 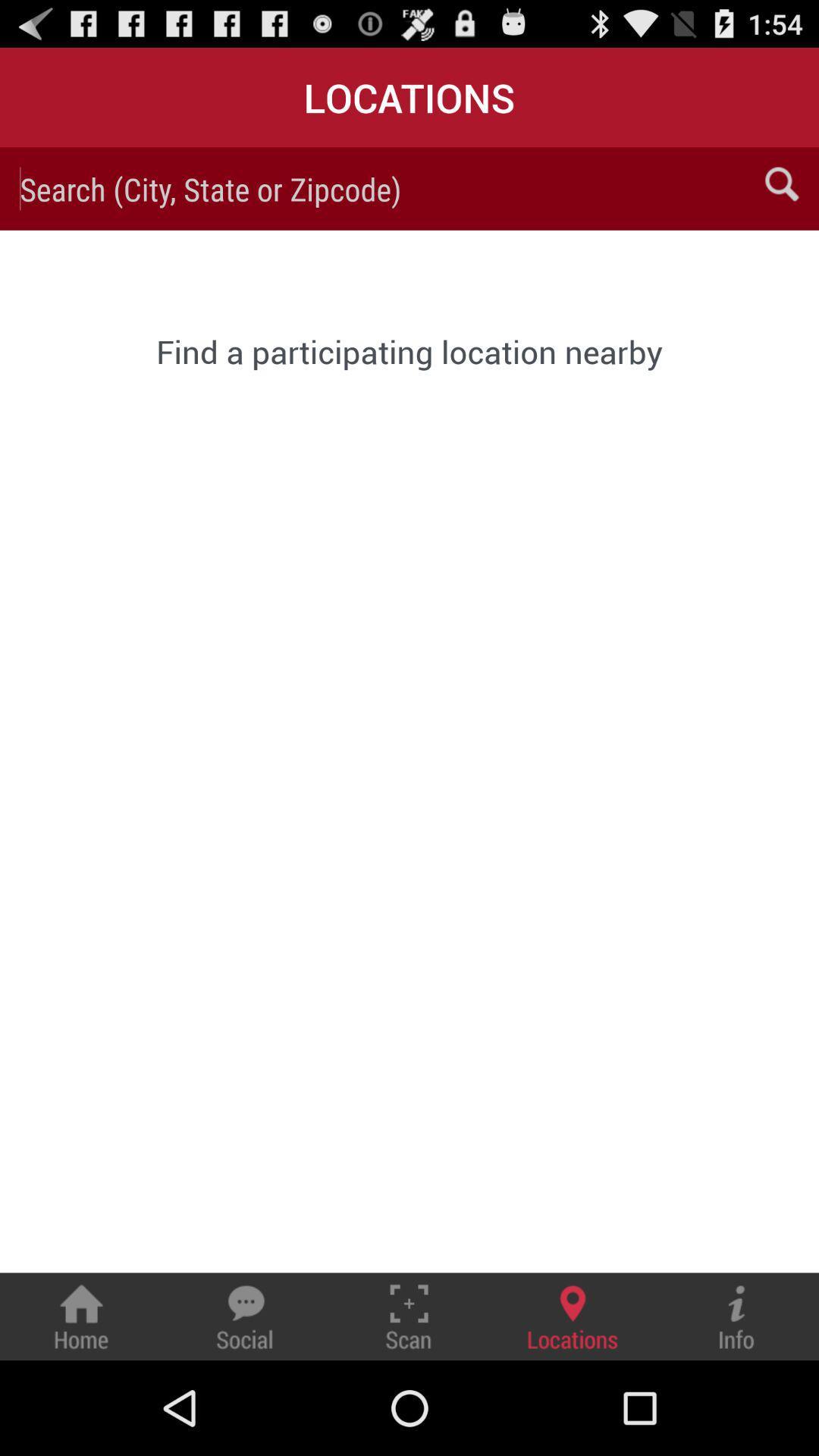 I want to click on the find a participating item, so click(x=409, y=350).